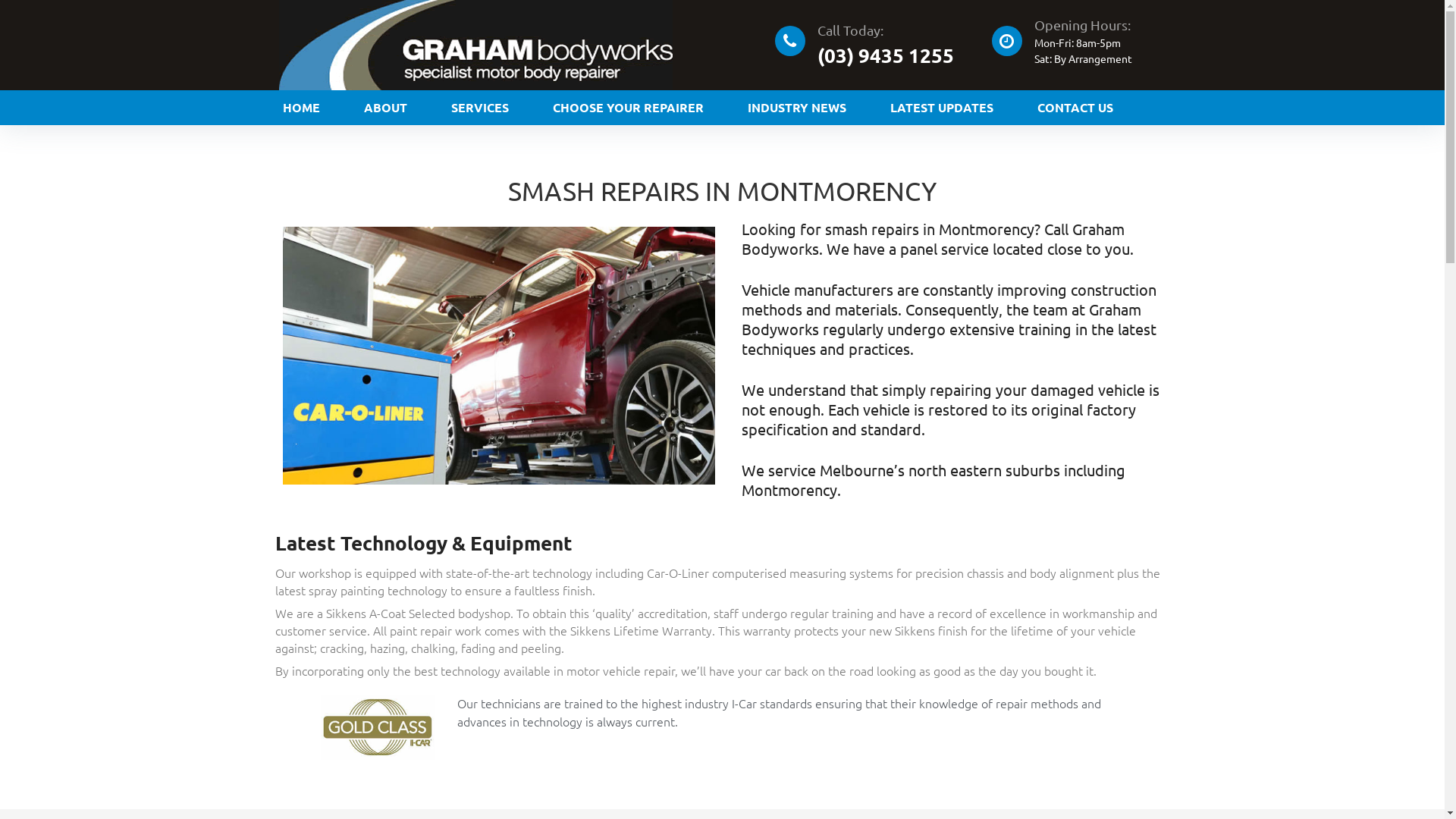  What do you see at coordinates (885, 54) in the screenshot?
I see `'(03) 9435 1255'` at bounding box center [885, 54].